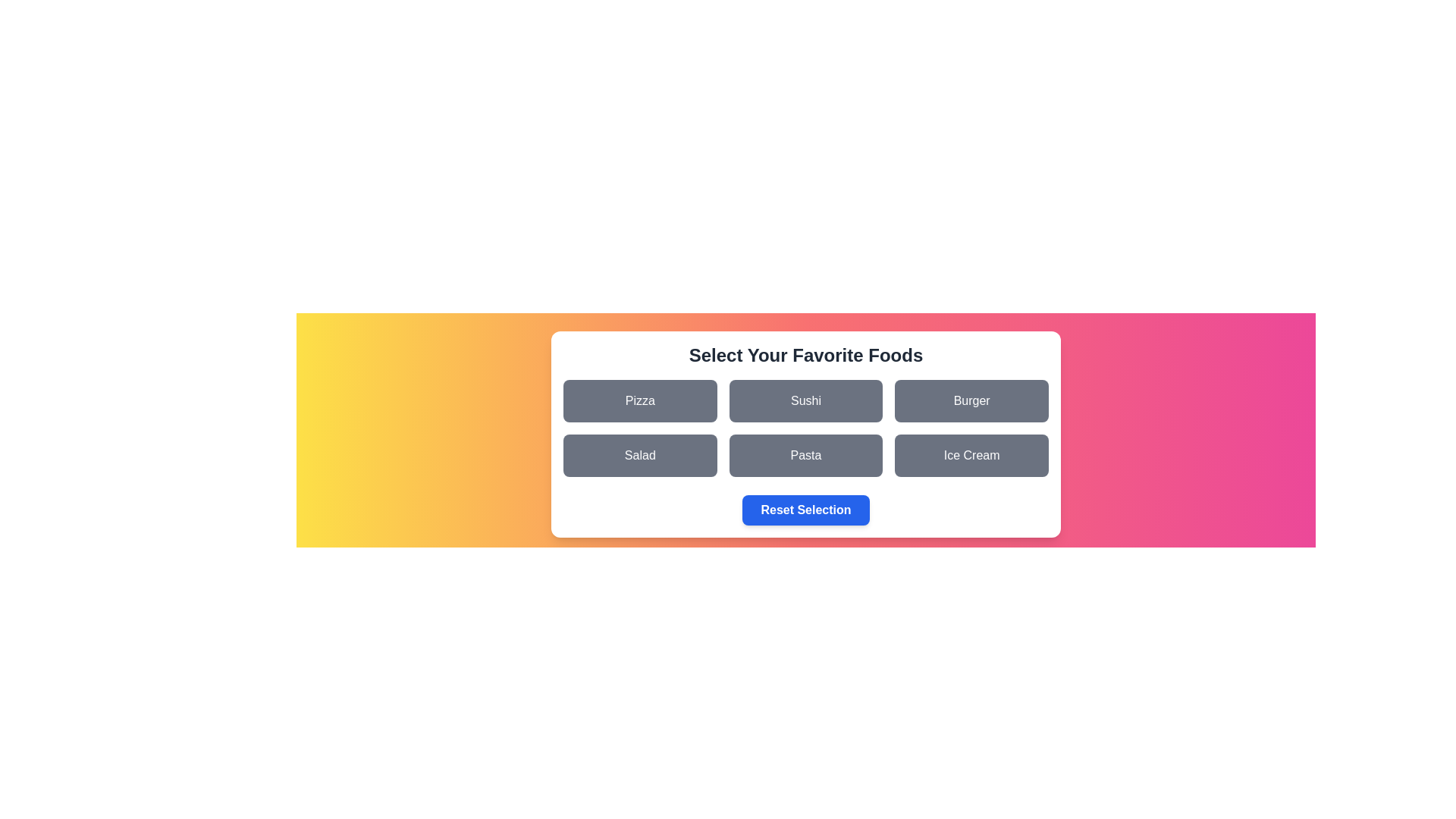 This screenshot has width=1456, height=819. I want to click on the food item Salad, so click(640, 455).